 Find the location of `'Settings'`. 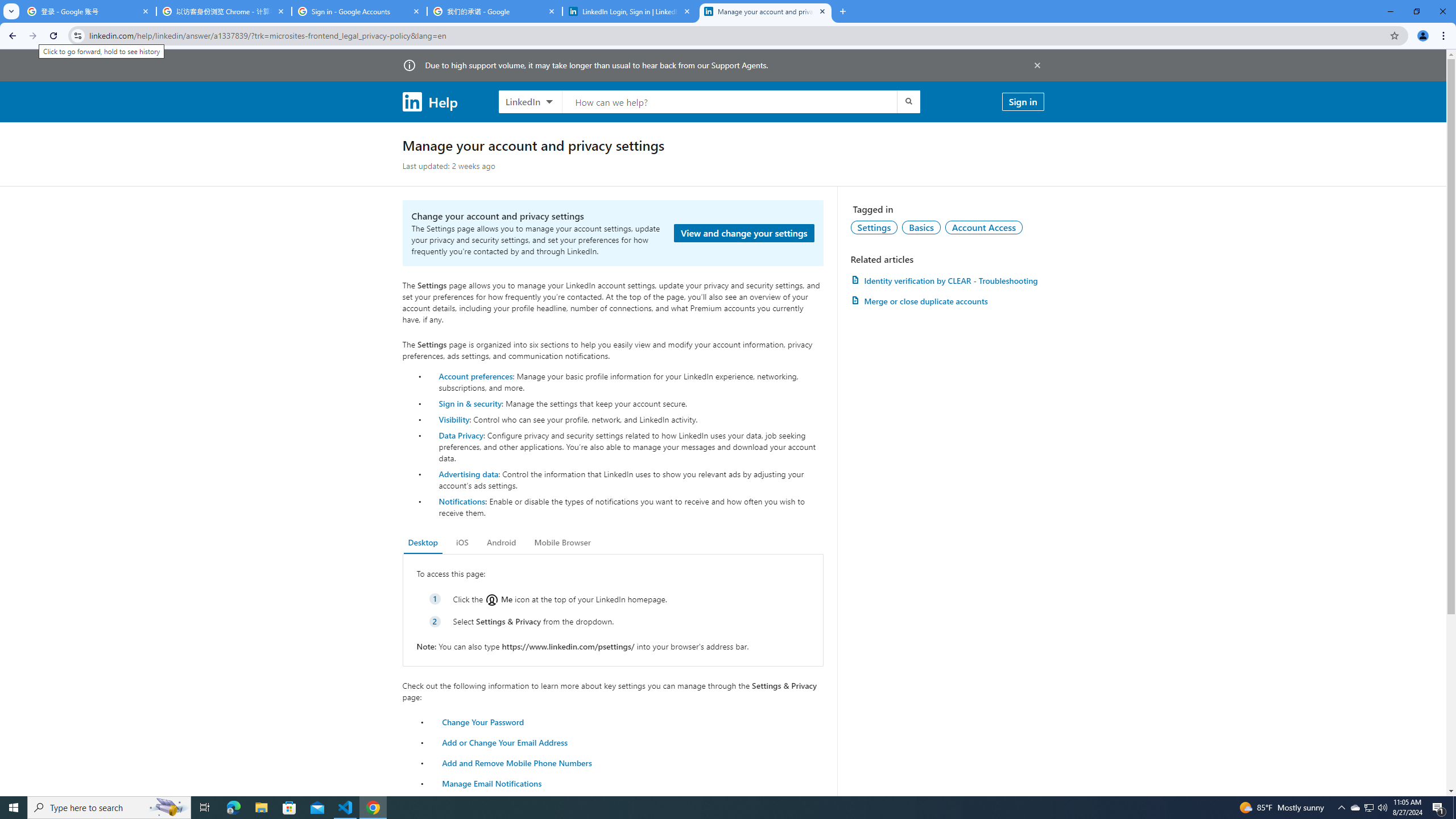

'Settings' is located at coordinates (874, 226).